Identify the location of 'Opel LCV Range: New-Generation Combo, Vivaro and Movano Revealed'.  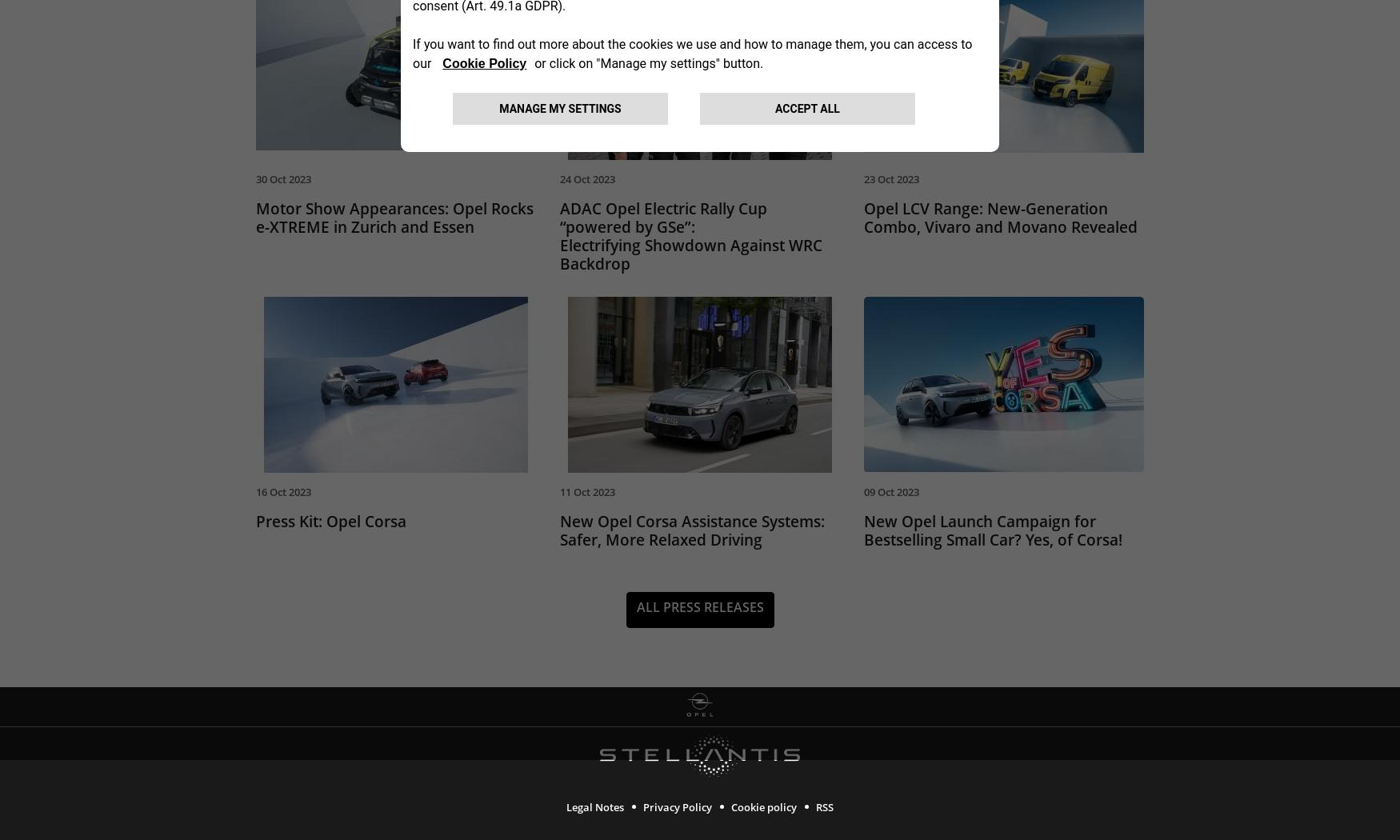
(1000, 220).